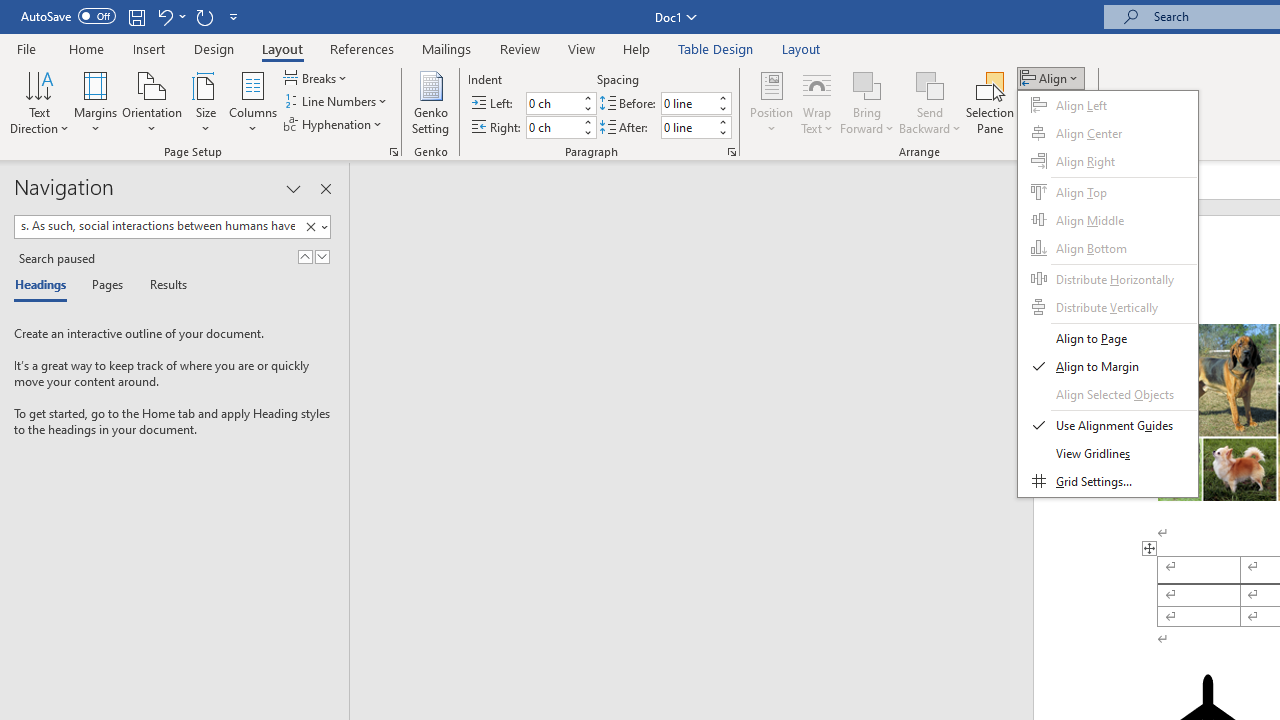 Image resolution: width=1280 pixels, height=720 pixels. I want to click on 'Page Setup...', so click(394, 150).